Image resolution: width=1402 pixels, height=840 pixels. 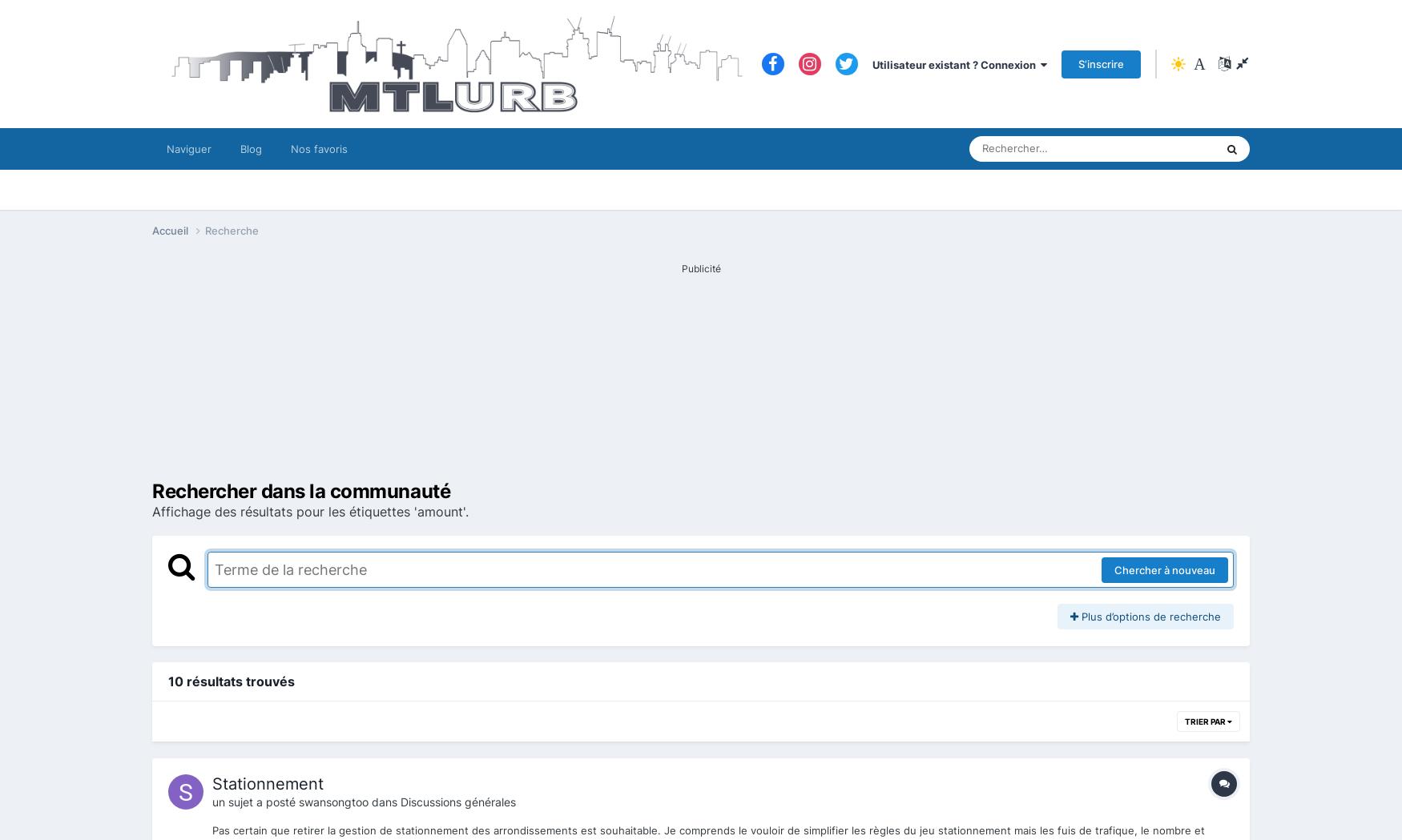 I want to click on 'Naviguer', so click(x=189, y=147).